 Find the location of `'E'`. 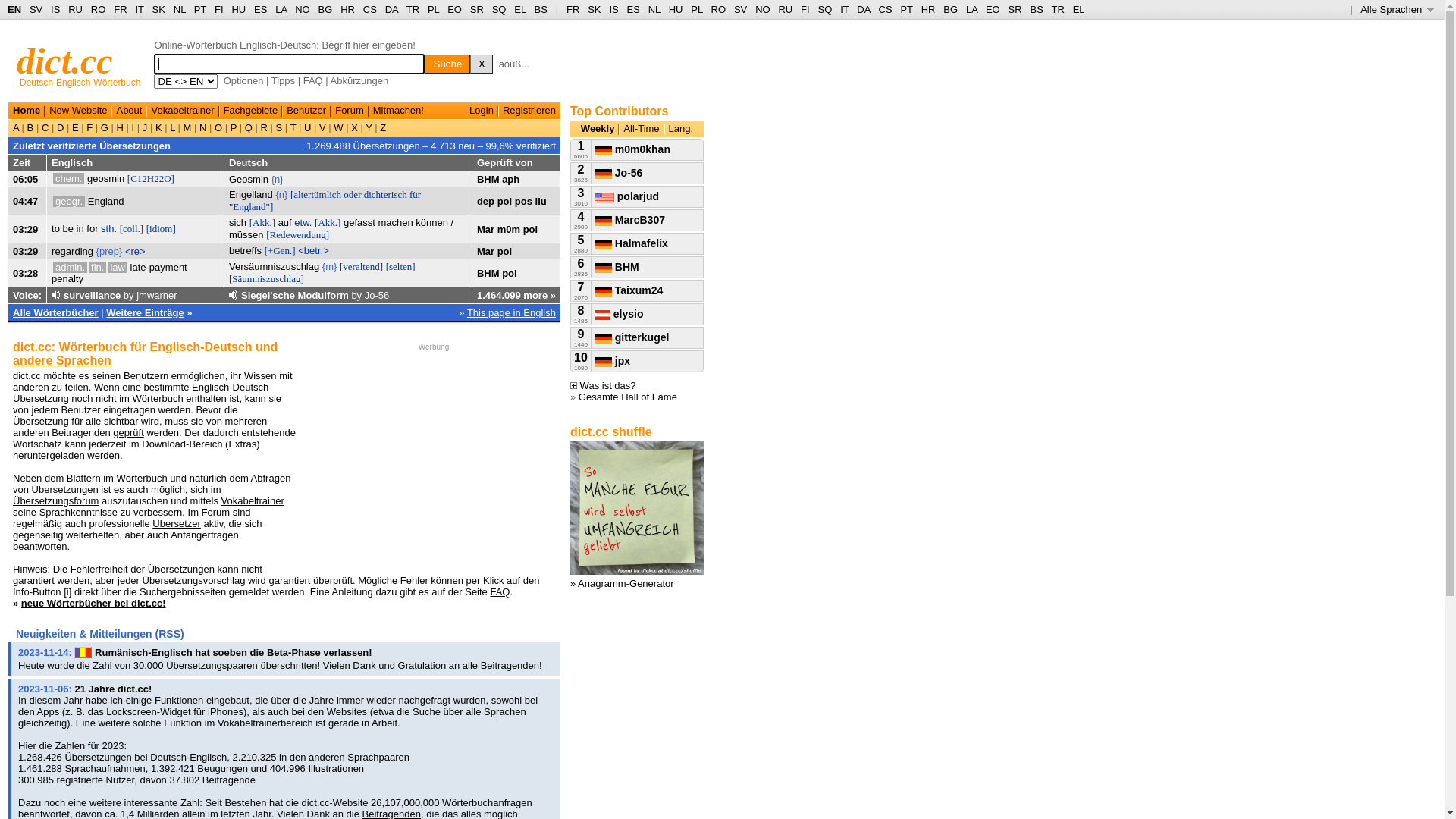

'E' is located at coordinates (74, 127).